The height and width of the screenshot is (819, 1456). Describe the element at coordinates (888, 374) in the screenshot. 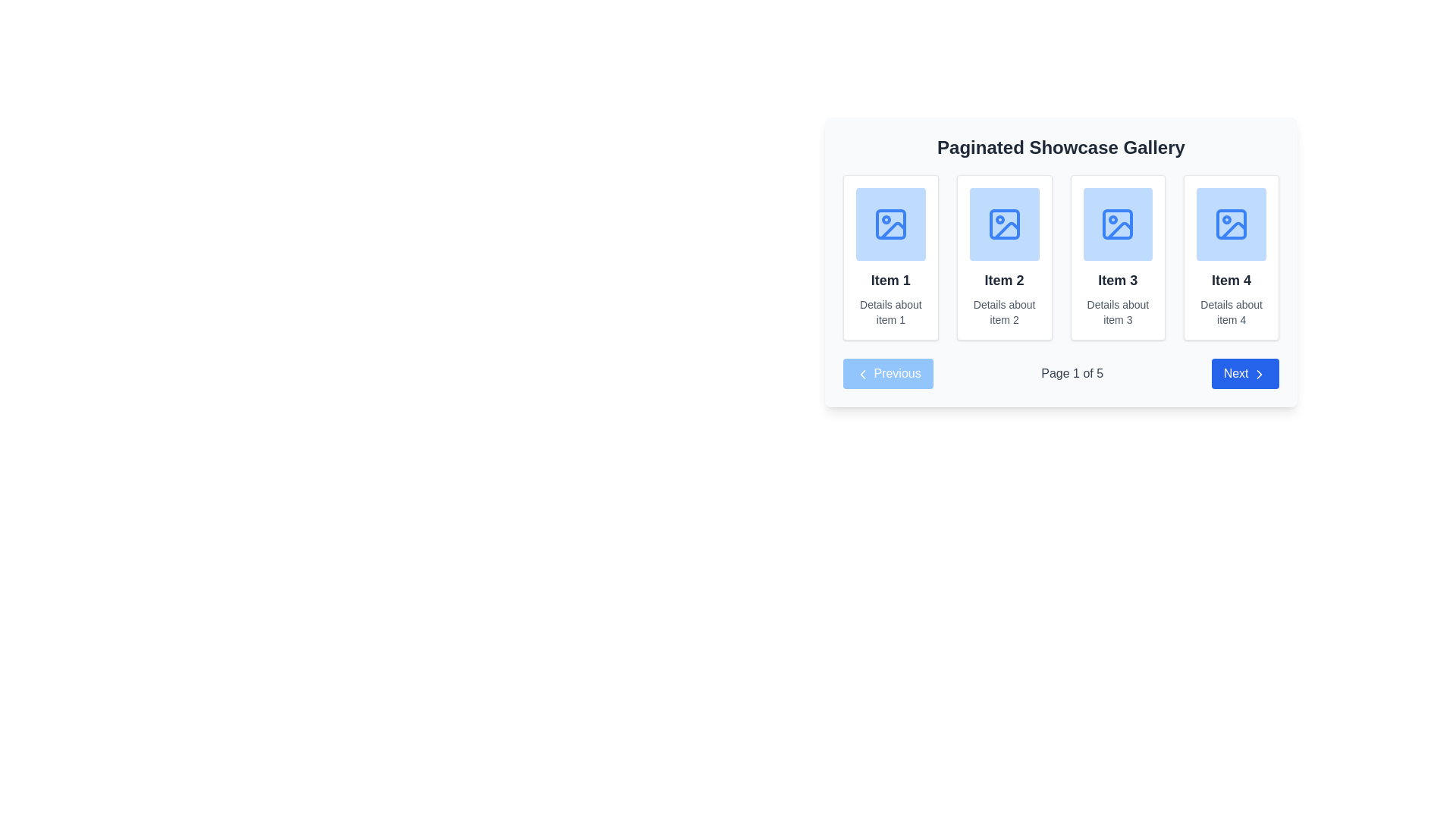

I see `the 'Previous' button with a blue background and white text` at that location.